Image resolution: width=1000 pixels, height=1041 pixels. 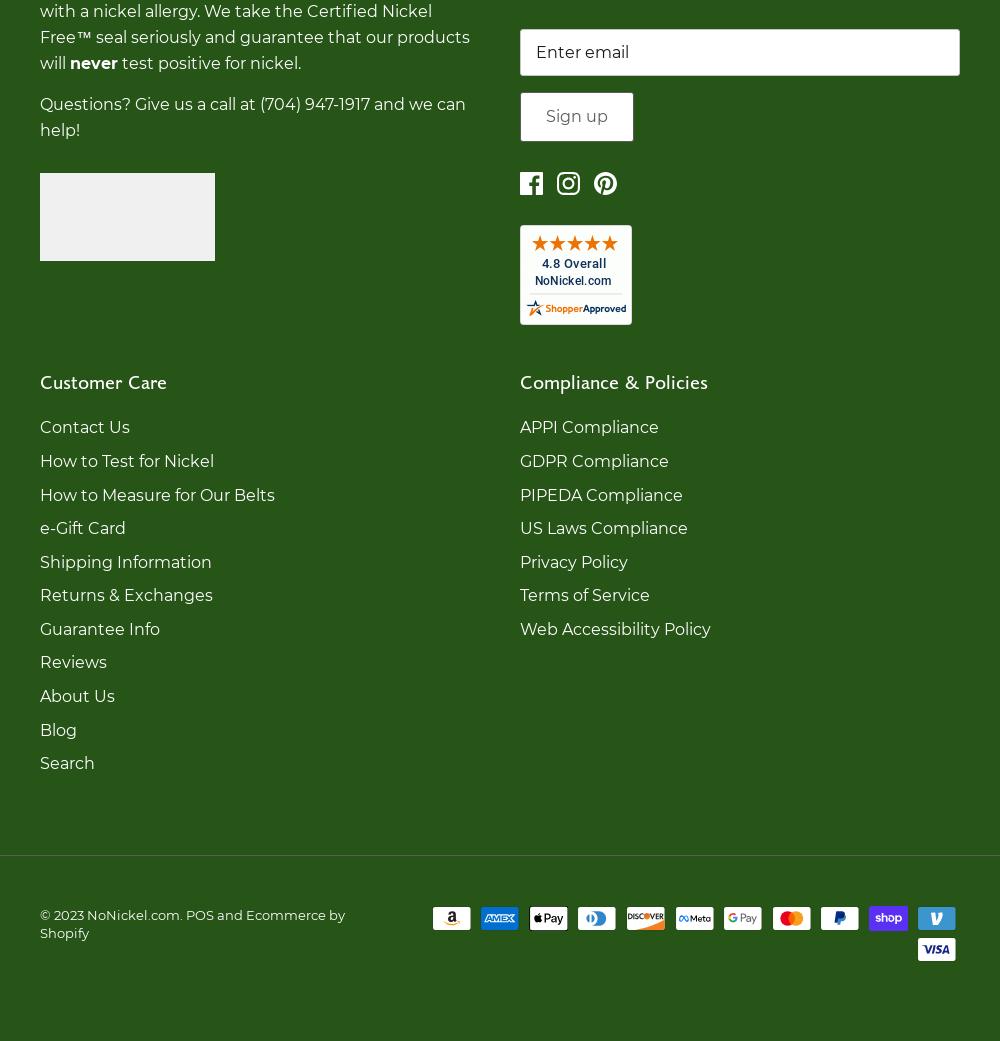 What do you see at coordinates (253, 117) in the screenshot?
I see `'Questions? Give us a call at (704) 947-1917 and we can help!'` at bounding box center [253, 117].